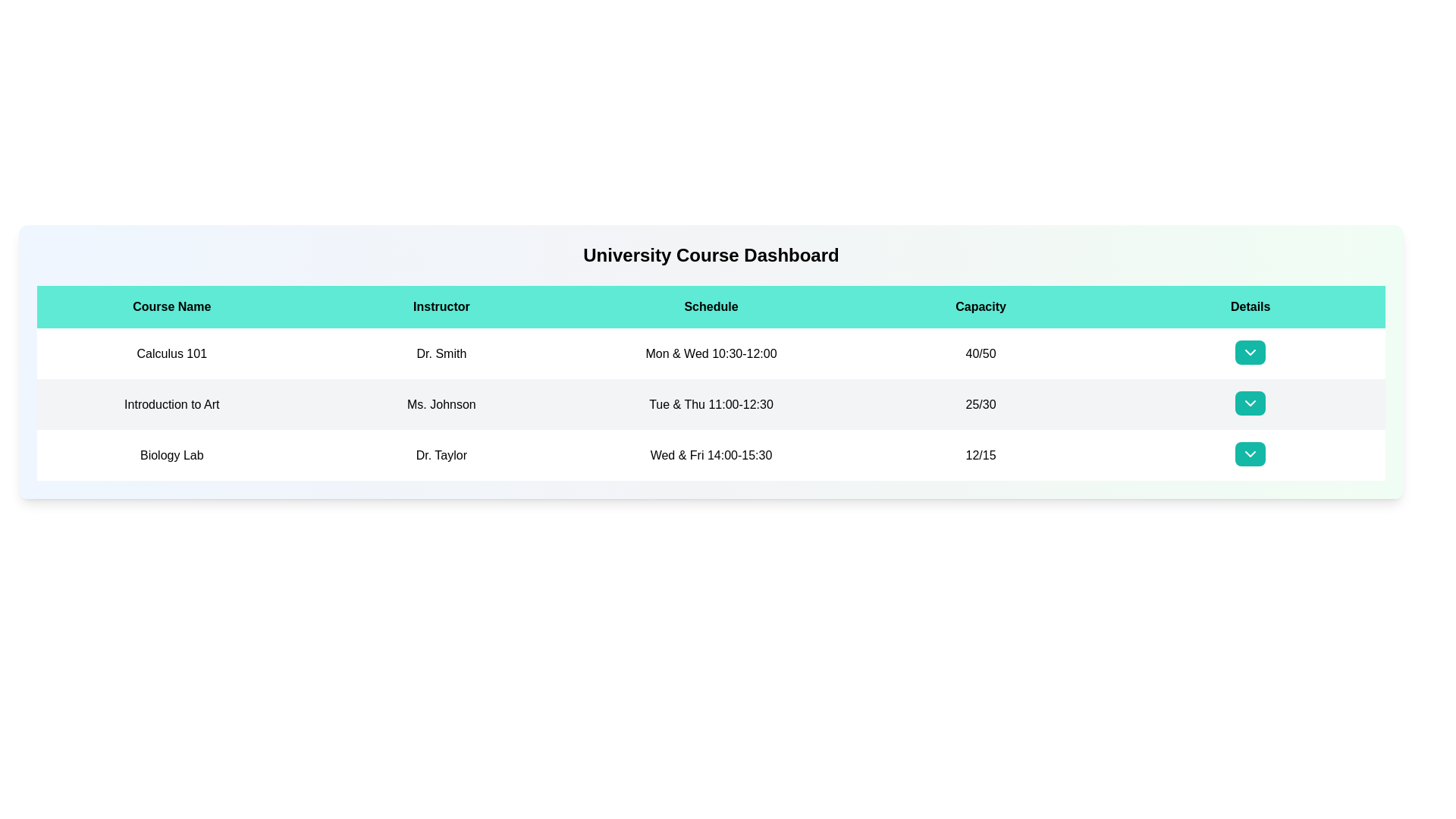 The width and height of the screenshot is (1456, 819). I want to click on text label displaying the instructor's name 'Ms. Johnson', located in the second cell of the second row under the 'Instructor' column of the course 'Introduction to Art', so click(441, 403).